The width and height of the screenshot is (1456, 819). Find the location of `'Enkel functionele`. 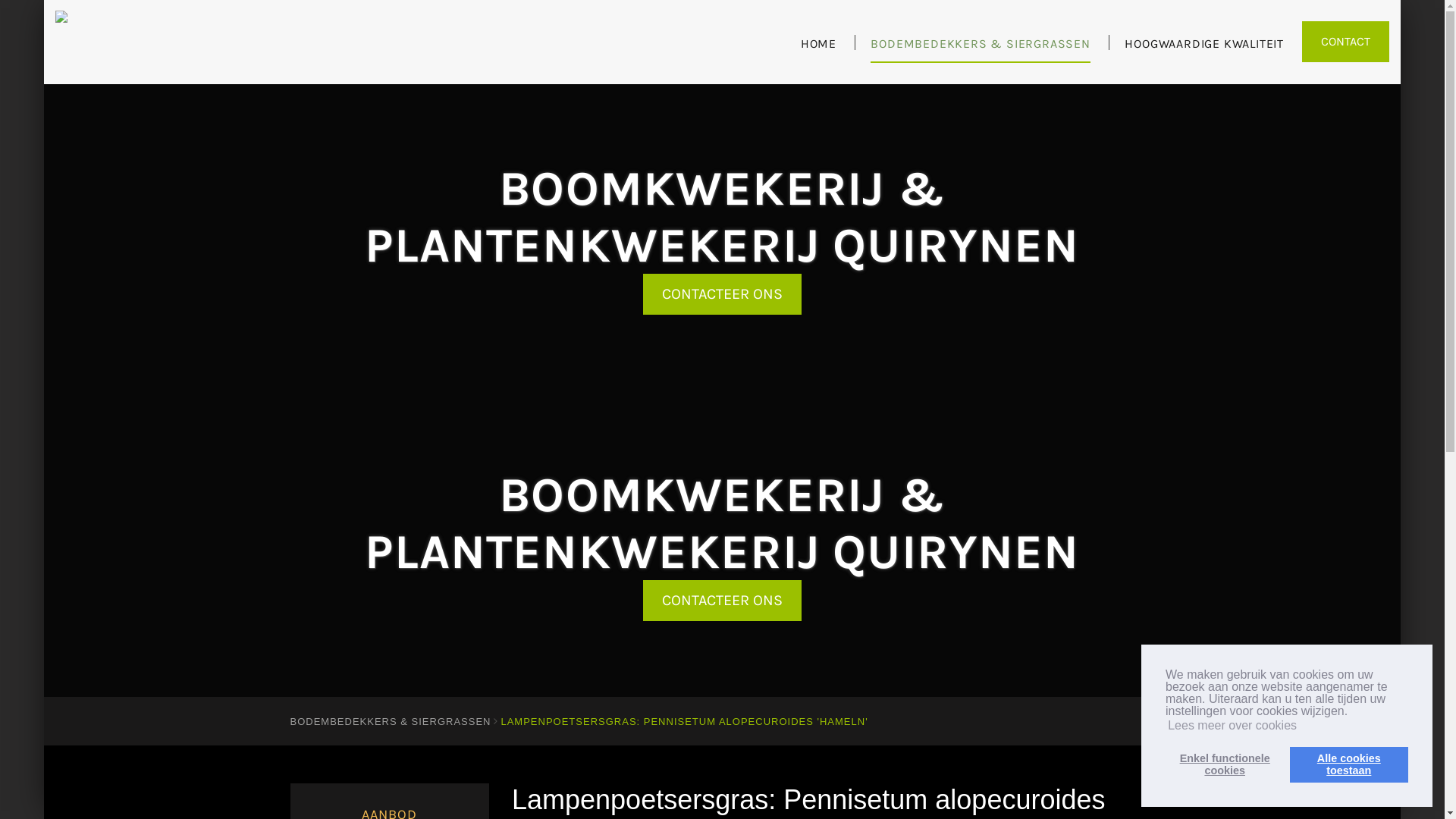

'Enkel functionele is located at coordinates (1164, 764).